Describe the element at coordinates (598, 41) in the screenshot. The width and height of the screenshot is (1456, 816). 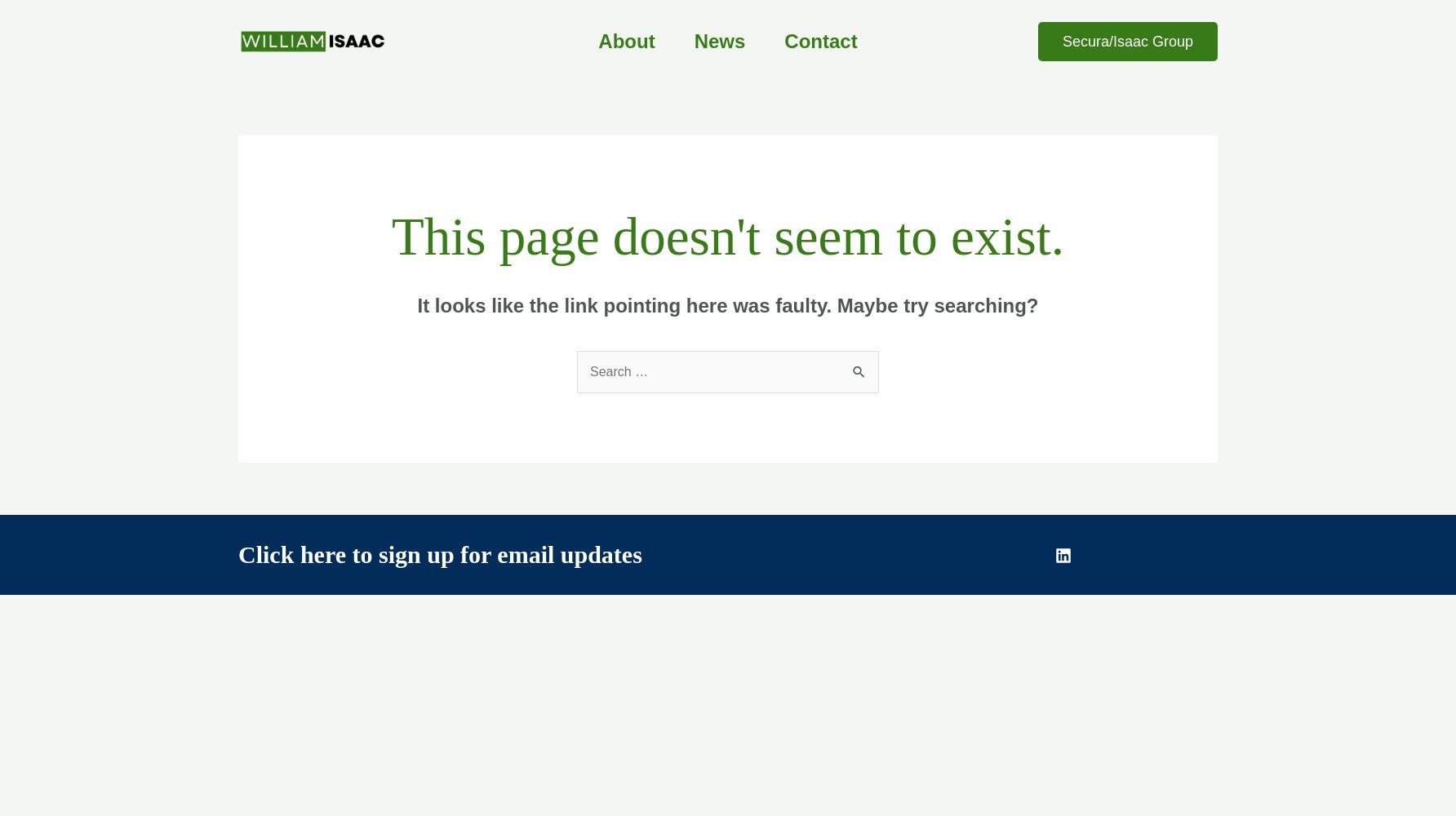
I see `'About'` at that location.